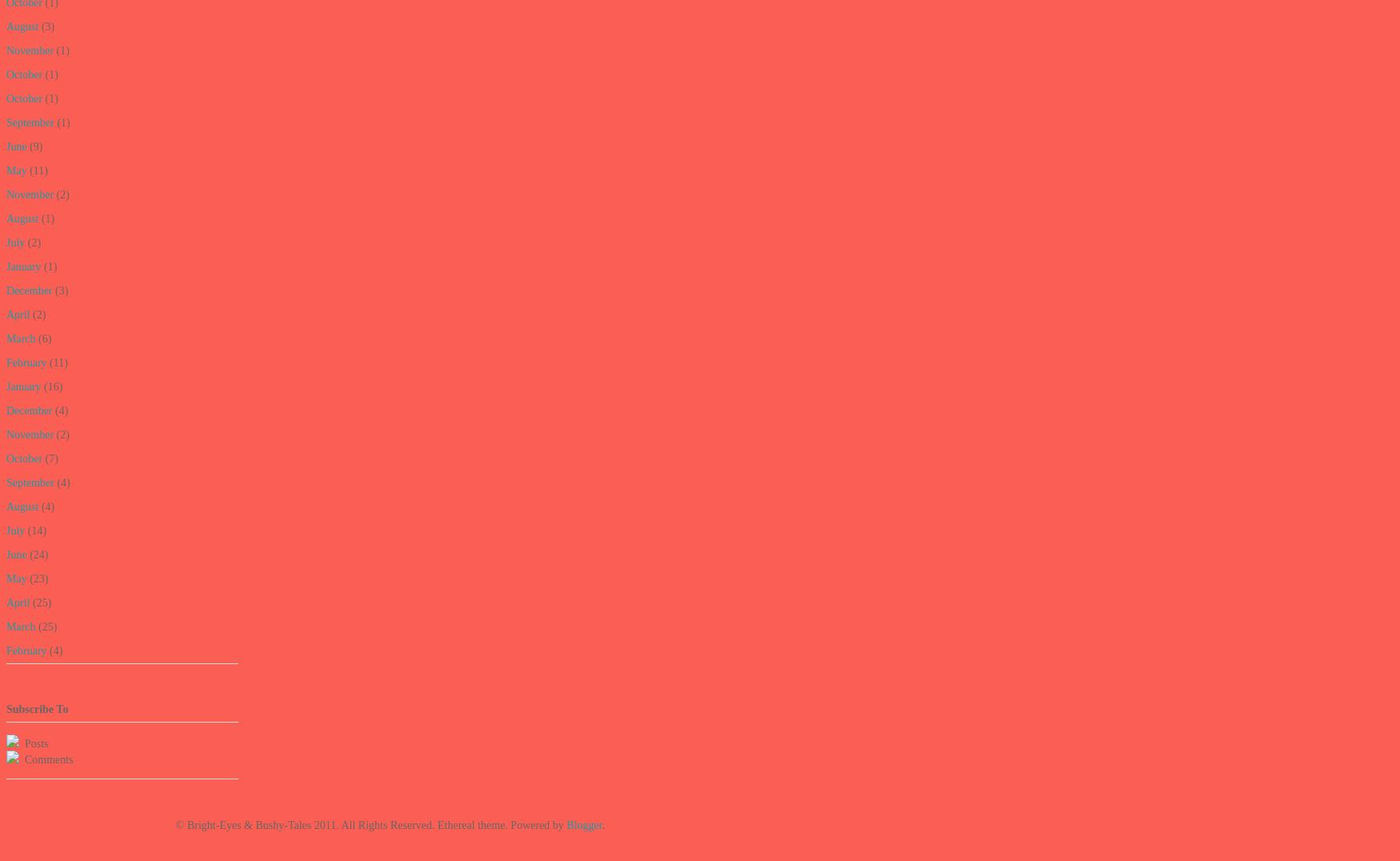 This screenshot has height=861, width=1400. I want to click on 'Posts', so click(20, 742).